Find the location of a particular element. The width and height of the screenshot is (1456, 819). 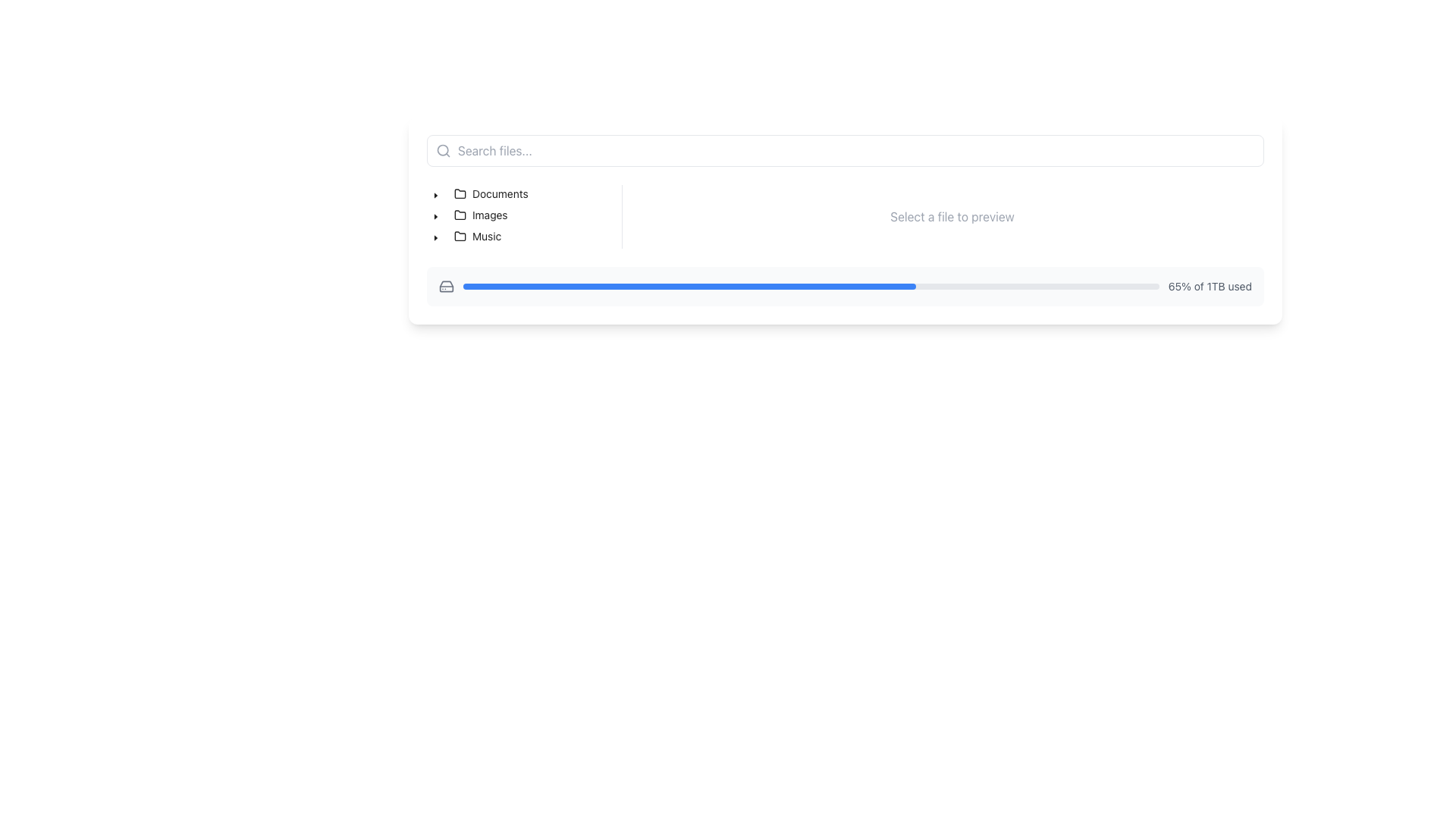

the 'Images' Tree View Item in the file navigator is located at coordinates (469, 215).